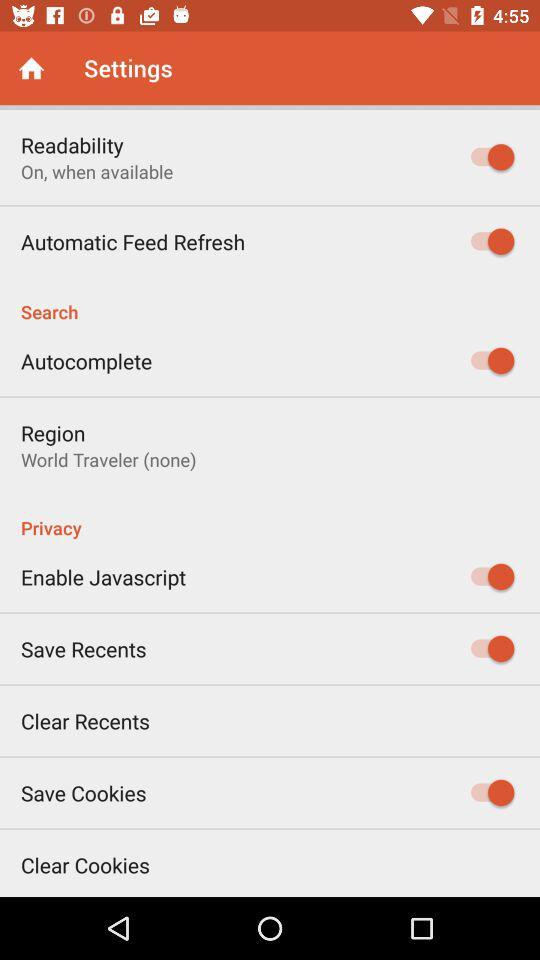 The height and width of the screenshot is (960, 540). What do you see at coordinates (30, 68) in the screenshot?
I see `back to home screen` at bounding box center [30, 68].